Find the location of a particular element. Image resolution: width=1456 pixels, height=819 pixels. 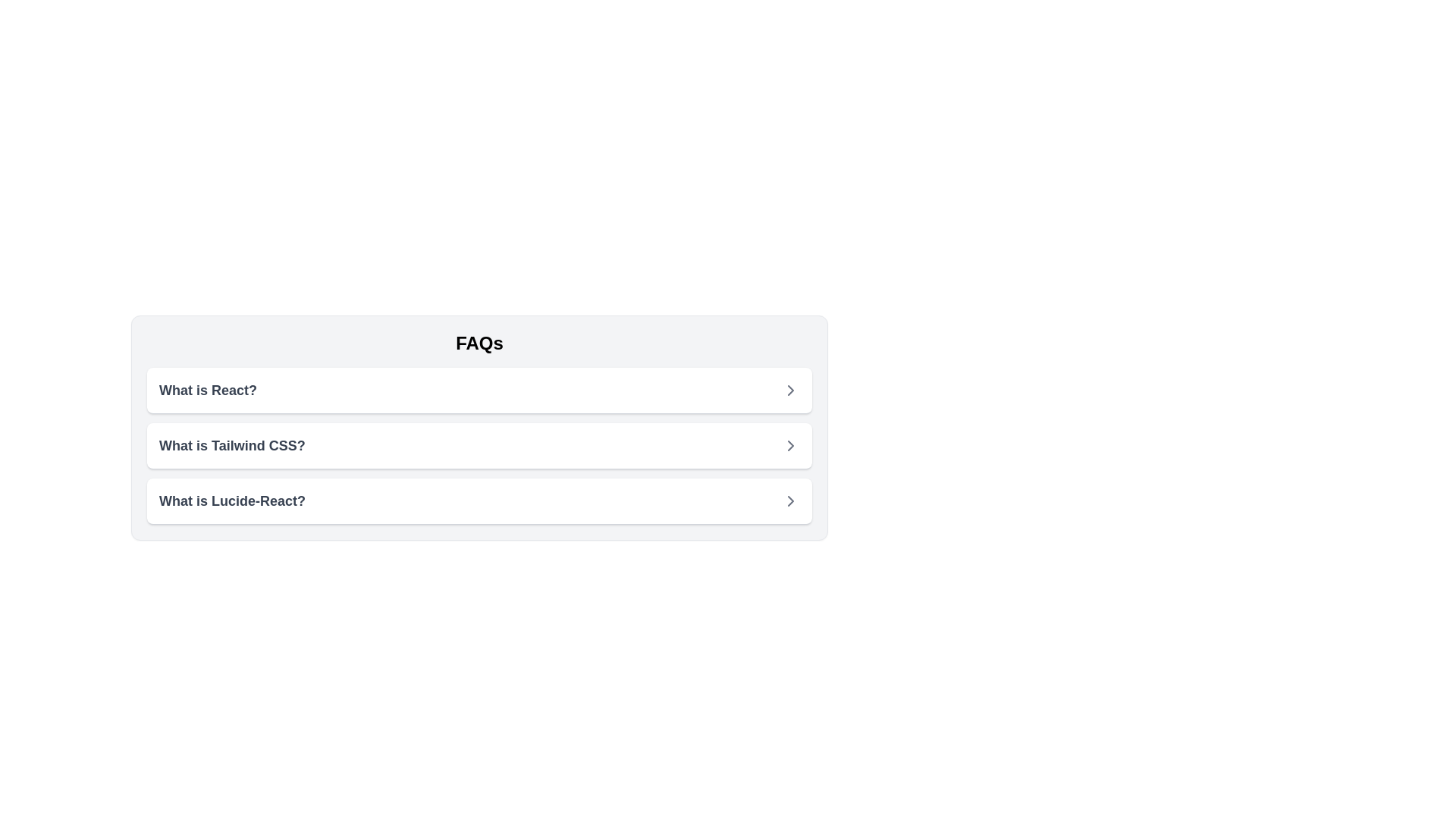

the chevron-right icon styled with a gray color is located at coordinates (789, 444).